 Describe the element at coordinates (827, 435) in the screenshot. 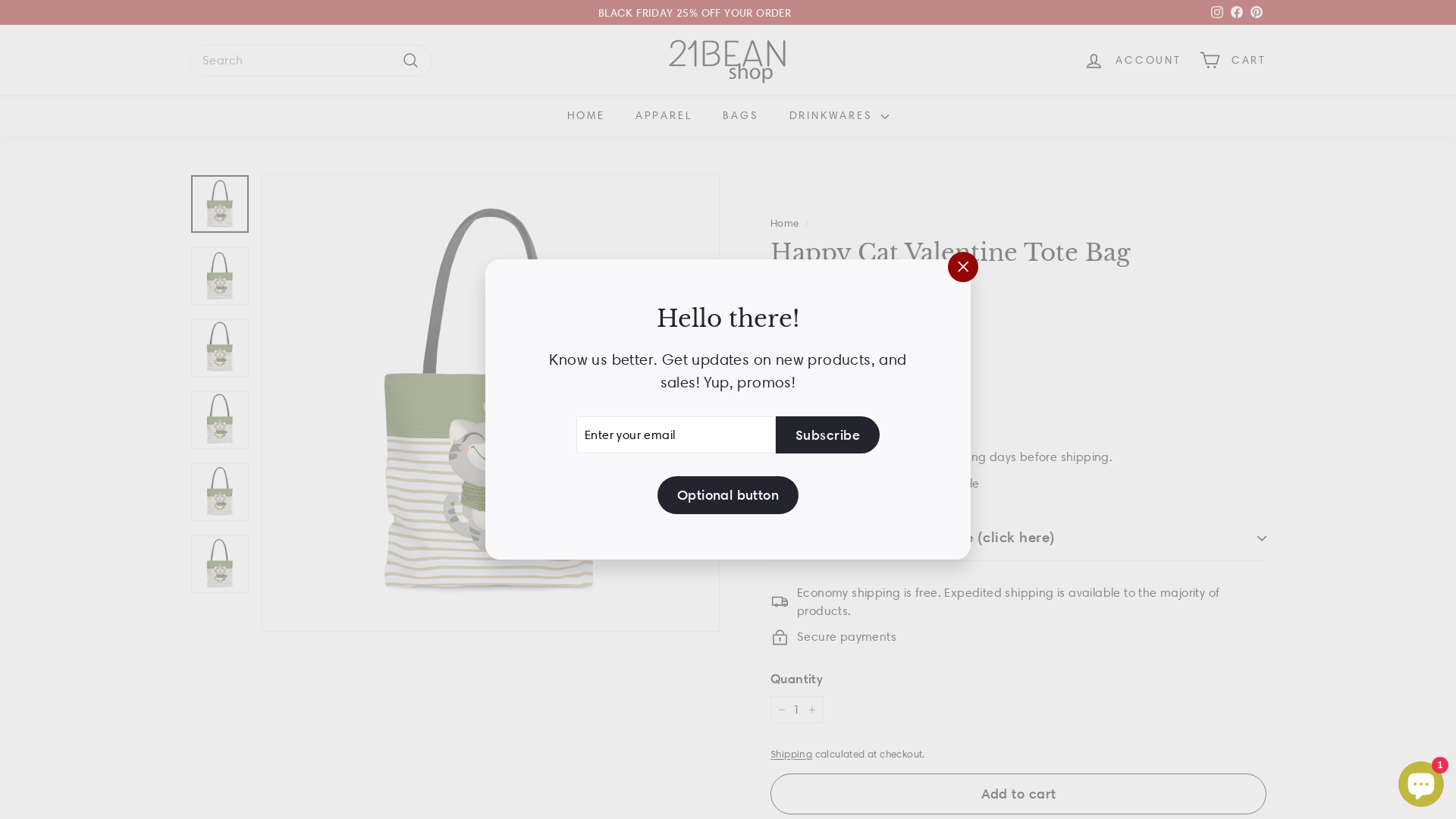

I see `'Subscribe'` at that location.